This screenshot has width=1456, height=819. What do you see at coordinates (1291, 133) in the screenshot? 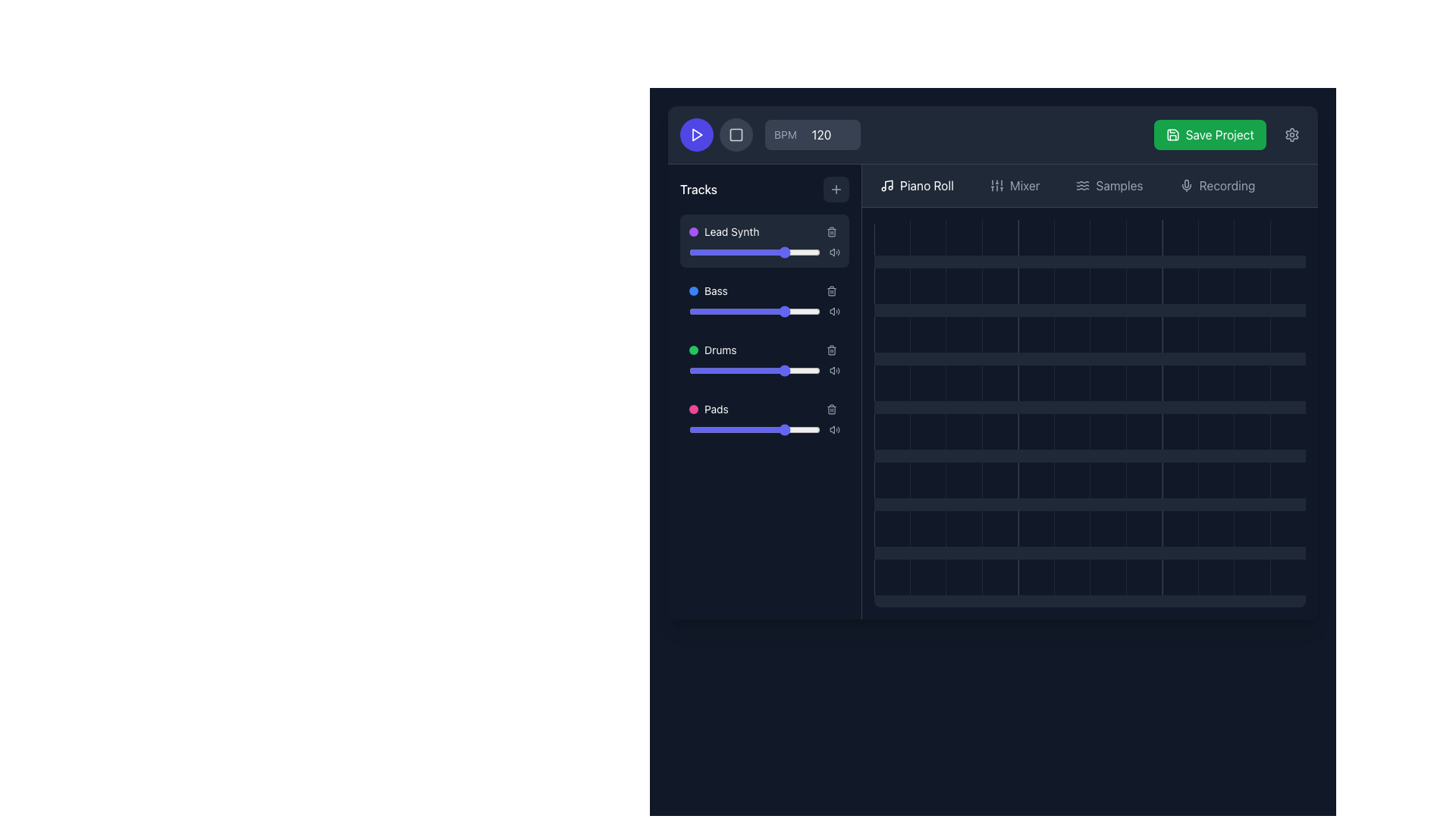
I see `the settings icon button located in the top-right section of the interface` at bounding box center [1291, 133].